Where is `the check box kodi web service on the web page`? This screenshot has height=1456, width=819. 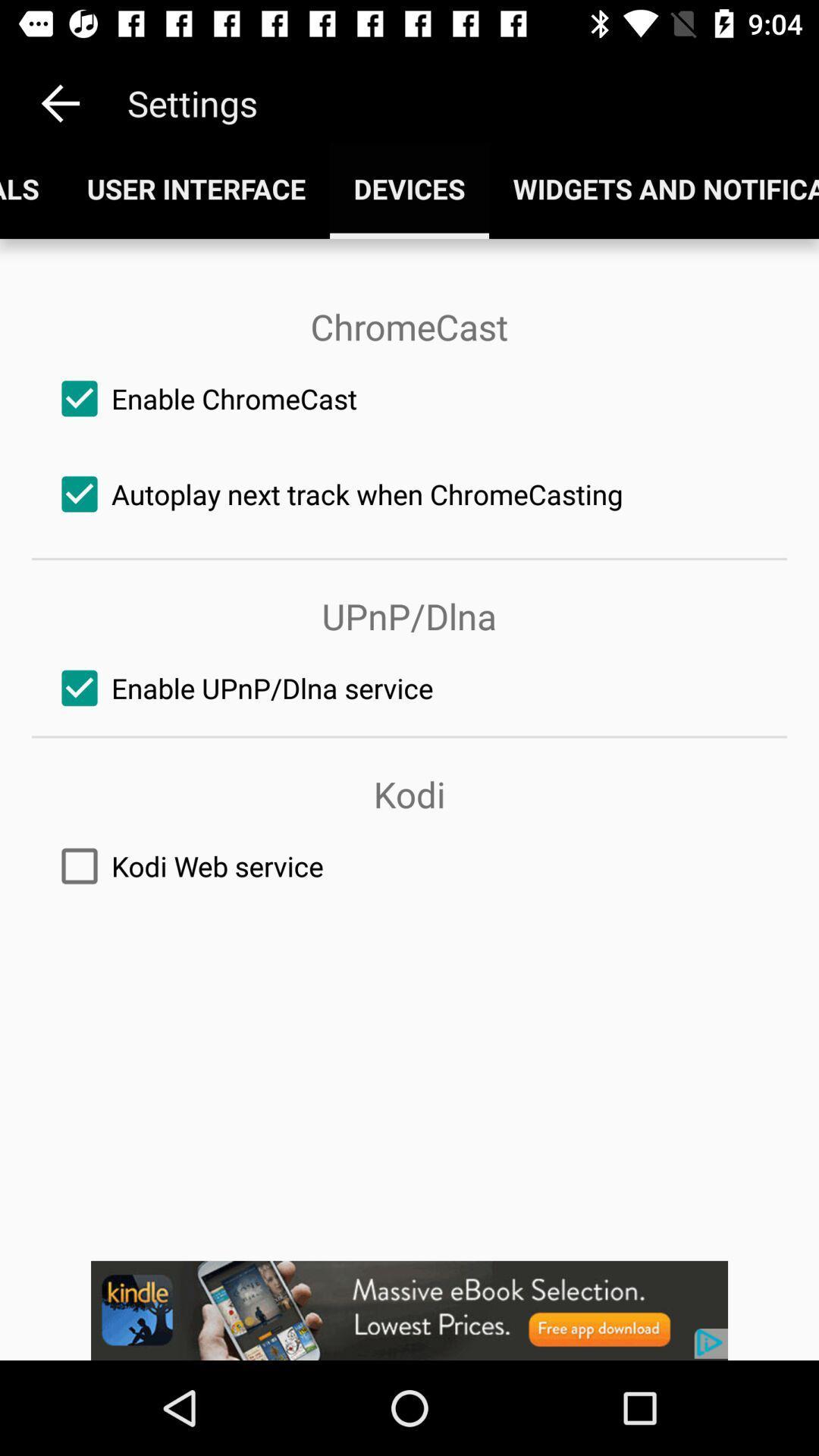 the check box kodi web service on the web page is located at coordinates (409, 866).